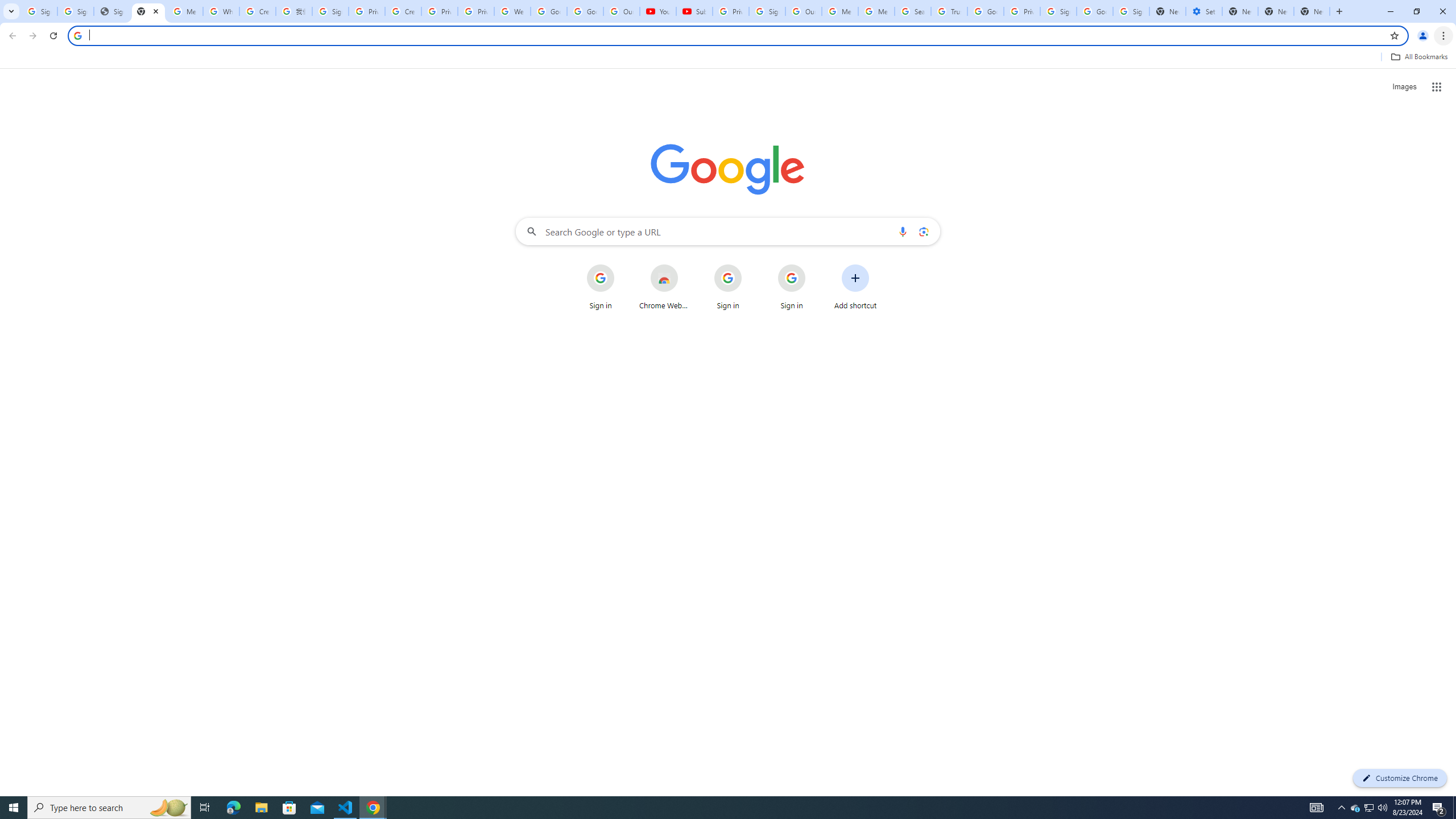 This screenshot has height=819, width=1456. Describe the element at coordinates (985, 11) in the screenshot. I see `'Google Ads - Sign in'` at that location.